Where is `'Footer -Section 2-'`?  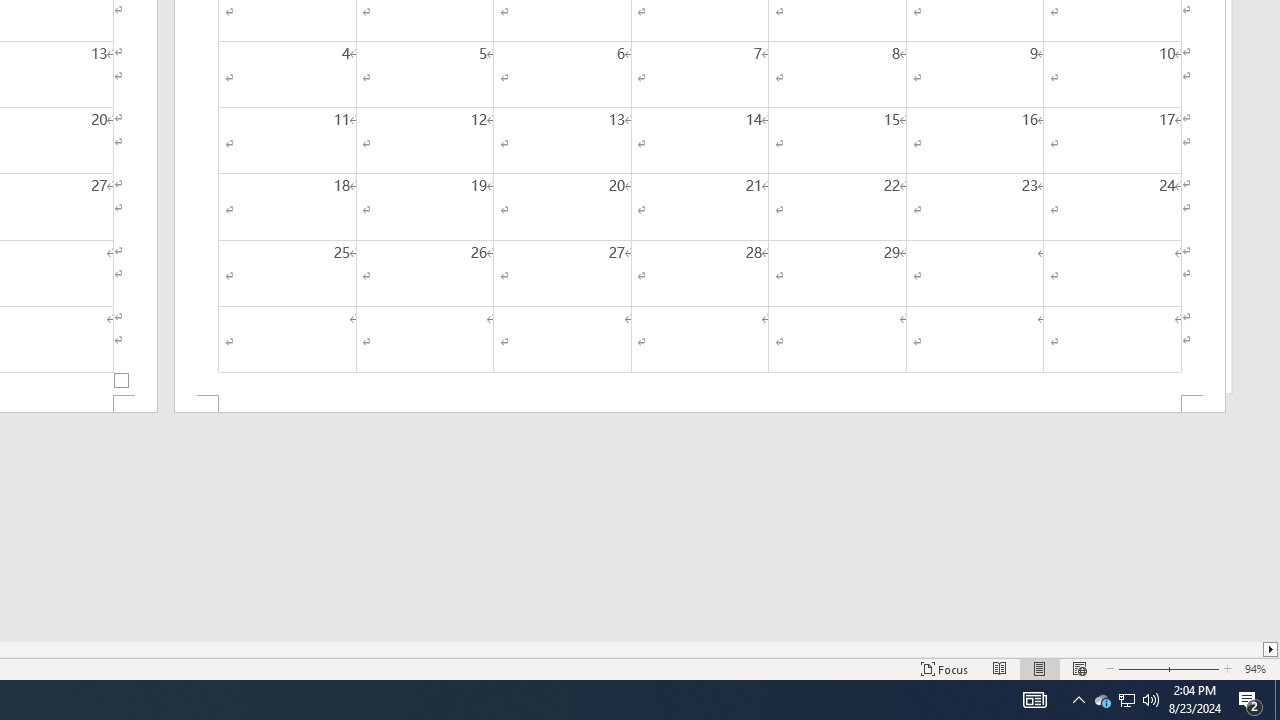 'Footer -Section 2-' is located at coordinates (700, 404).